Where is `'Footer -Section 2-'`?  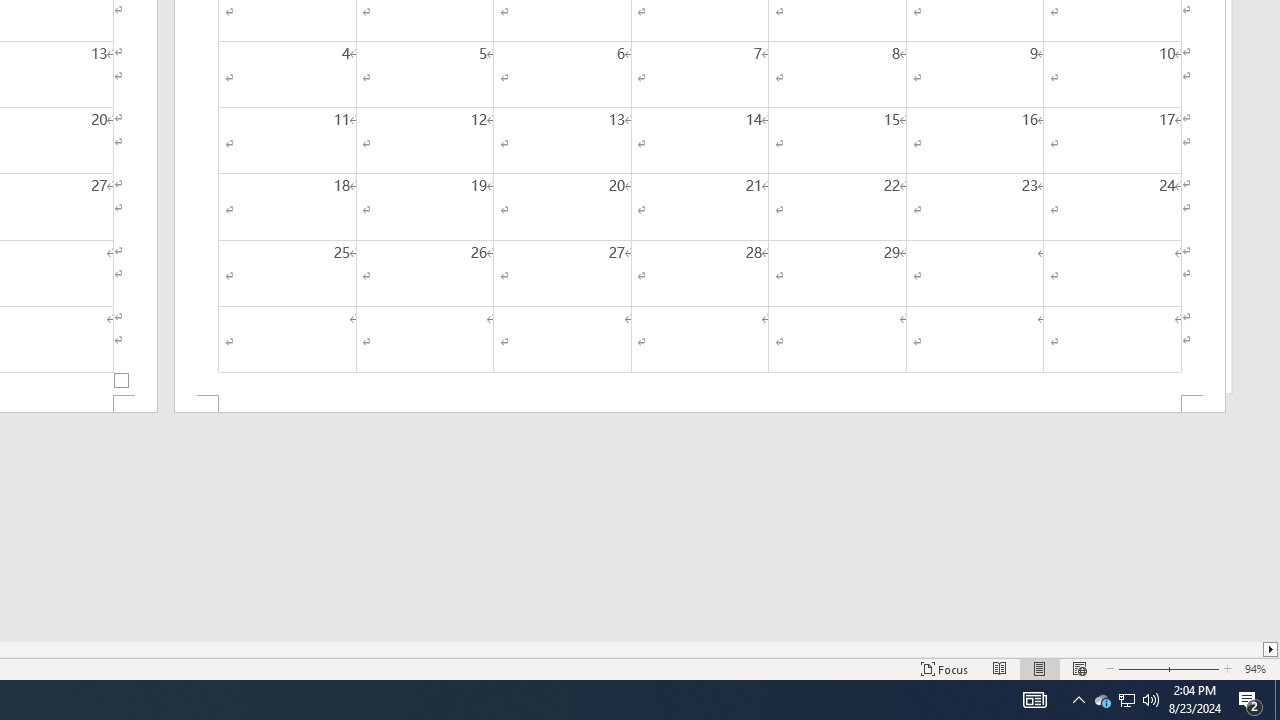 'Footer -Section 2-' is located at coordinates (700, 404).